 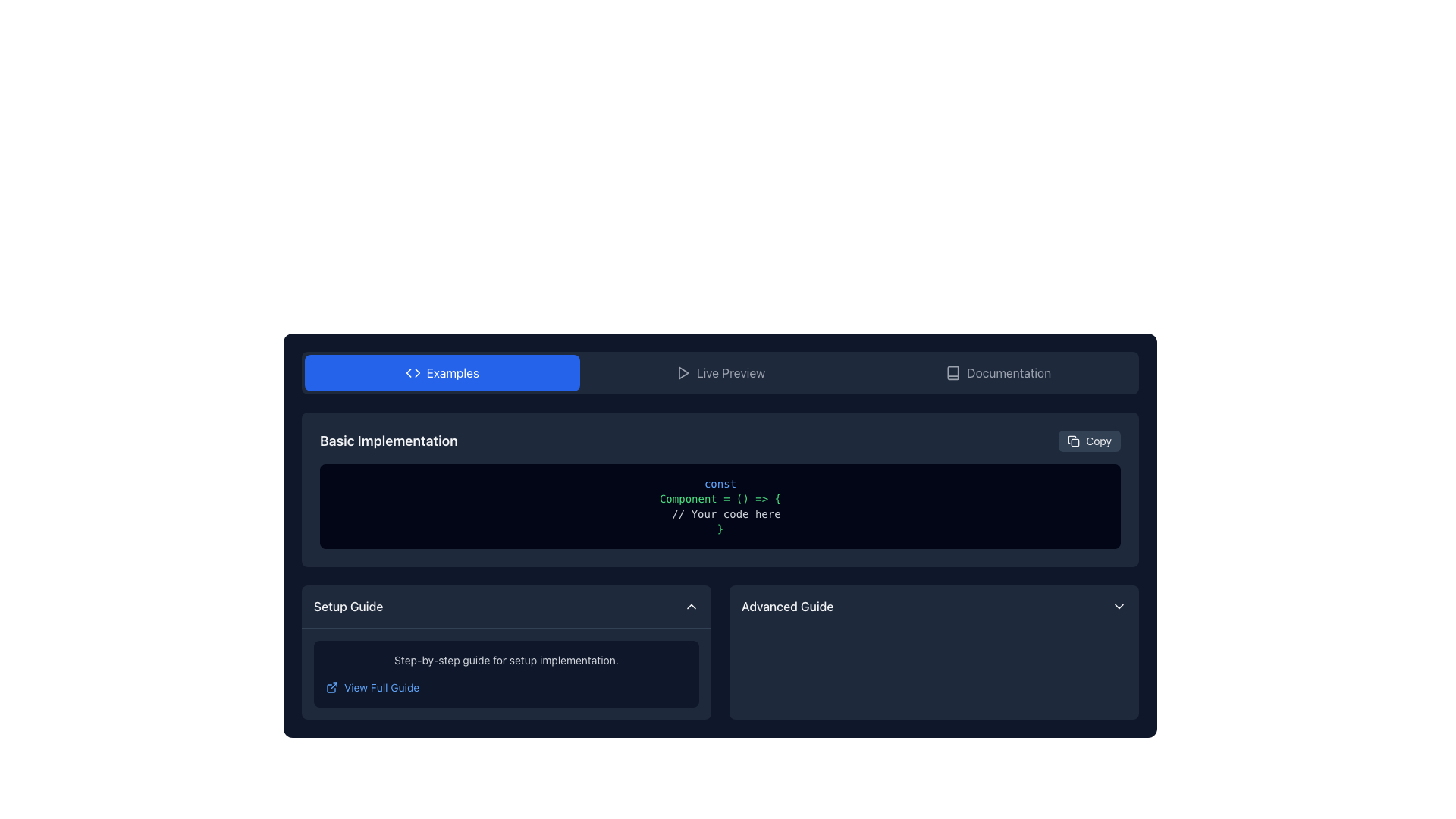 What do you see at coordinates (682, 373) in the screenshot?
I see `the triangular 'play' icon located in the central navigation bar, adjacent to the 'Live Preview' text` at bounding box center [682, 373].